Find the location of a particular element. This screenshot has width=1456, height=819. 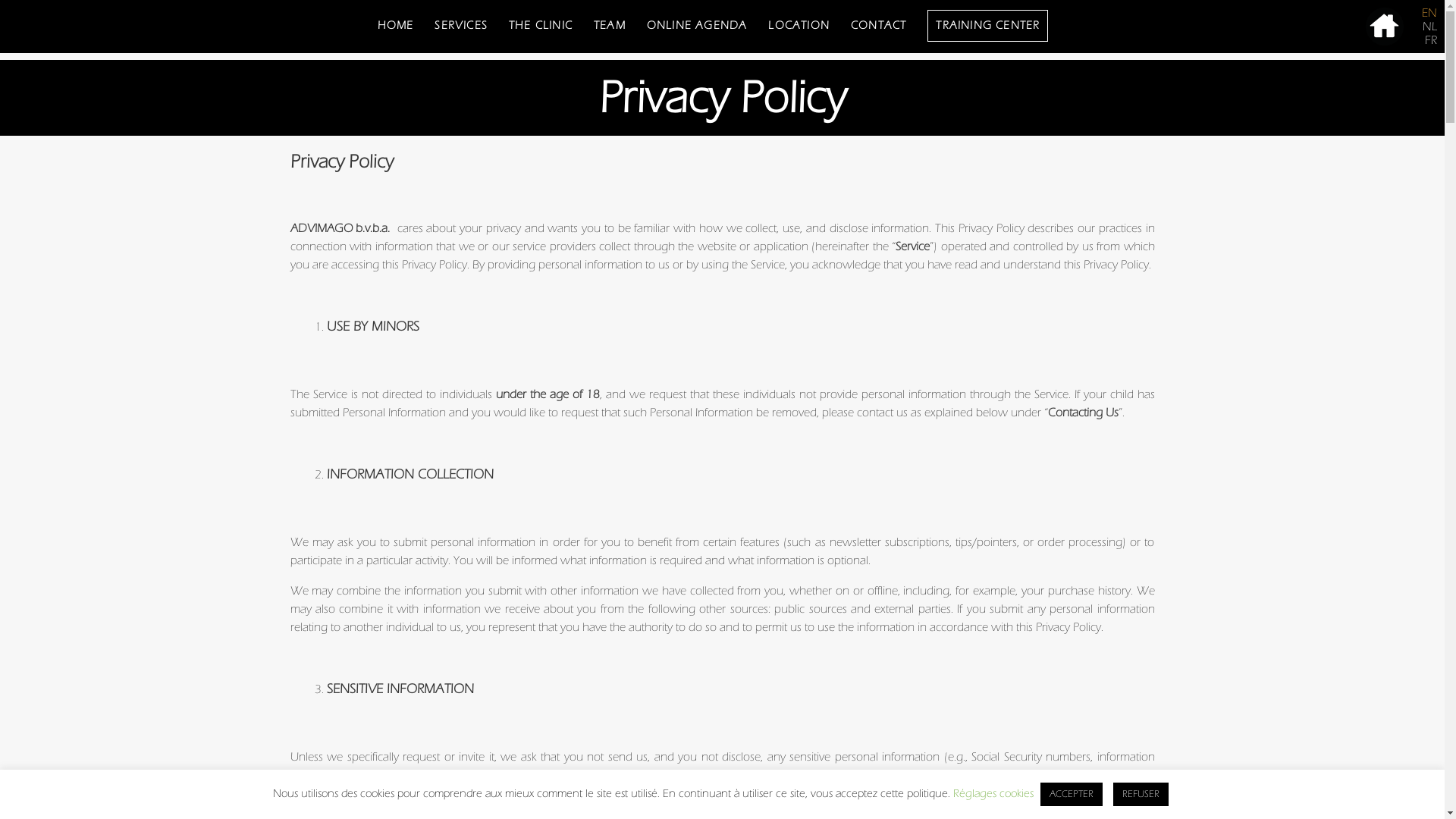

'FR' is located at coordinates (1423, 39).